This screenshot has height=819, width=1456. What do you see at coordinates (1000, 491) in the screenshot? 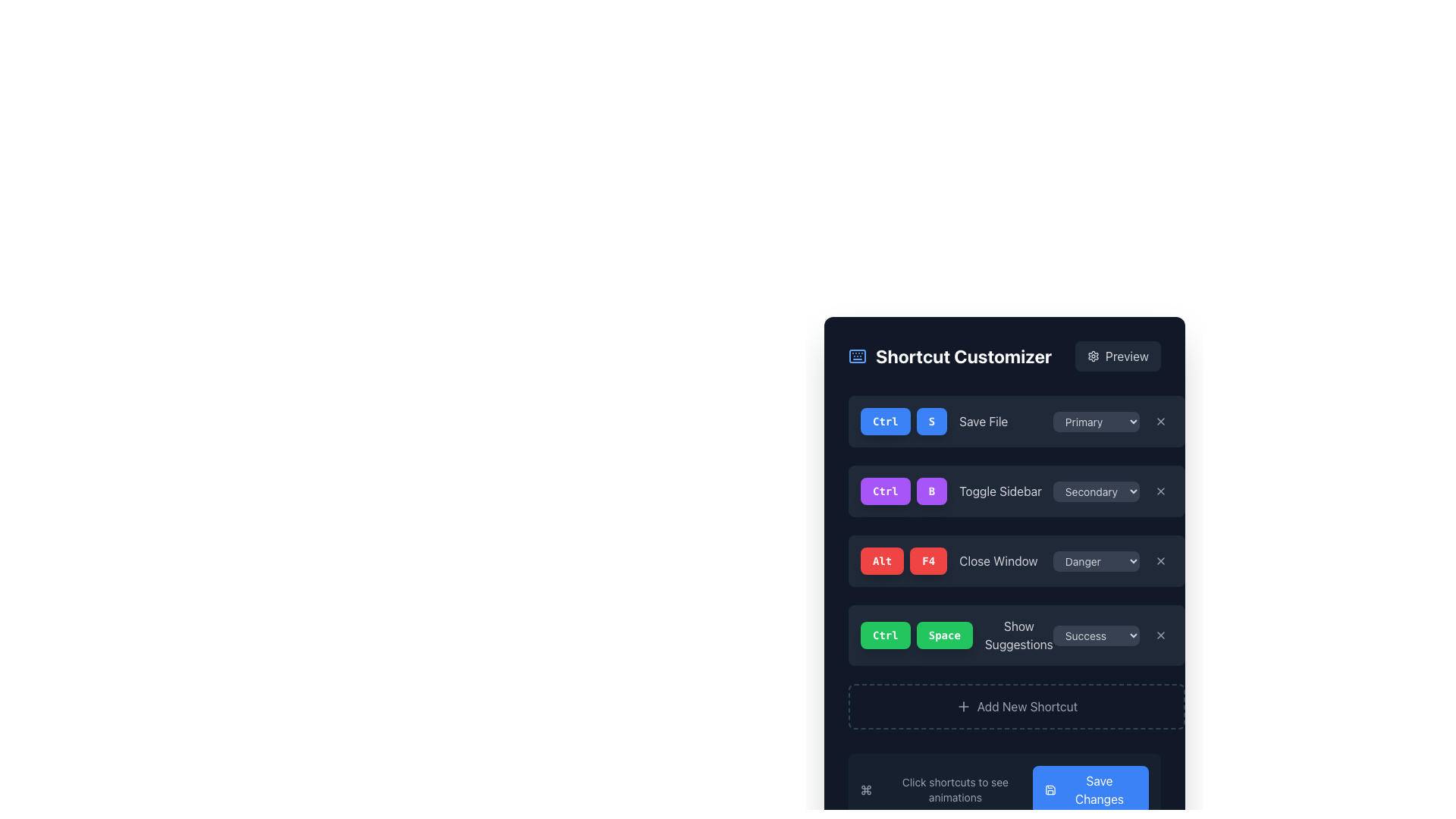
I see `the 'Toggle Sidebar' text label, which is styled in gray and positioned to the right of the 'Ctrl' and 'B' buttons in the shortcut customizer interface` at bounding box center [1000, 491].